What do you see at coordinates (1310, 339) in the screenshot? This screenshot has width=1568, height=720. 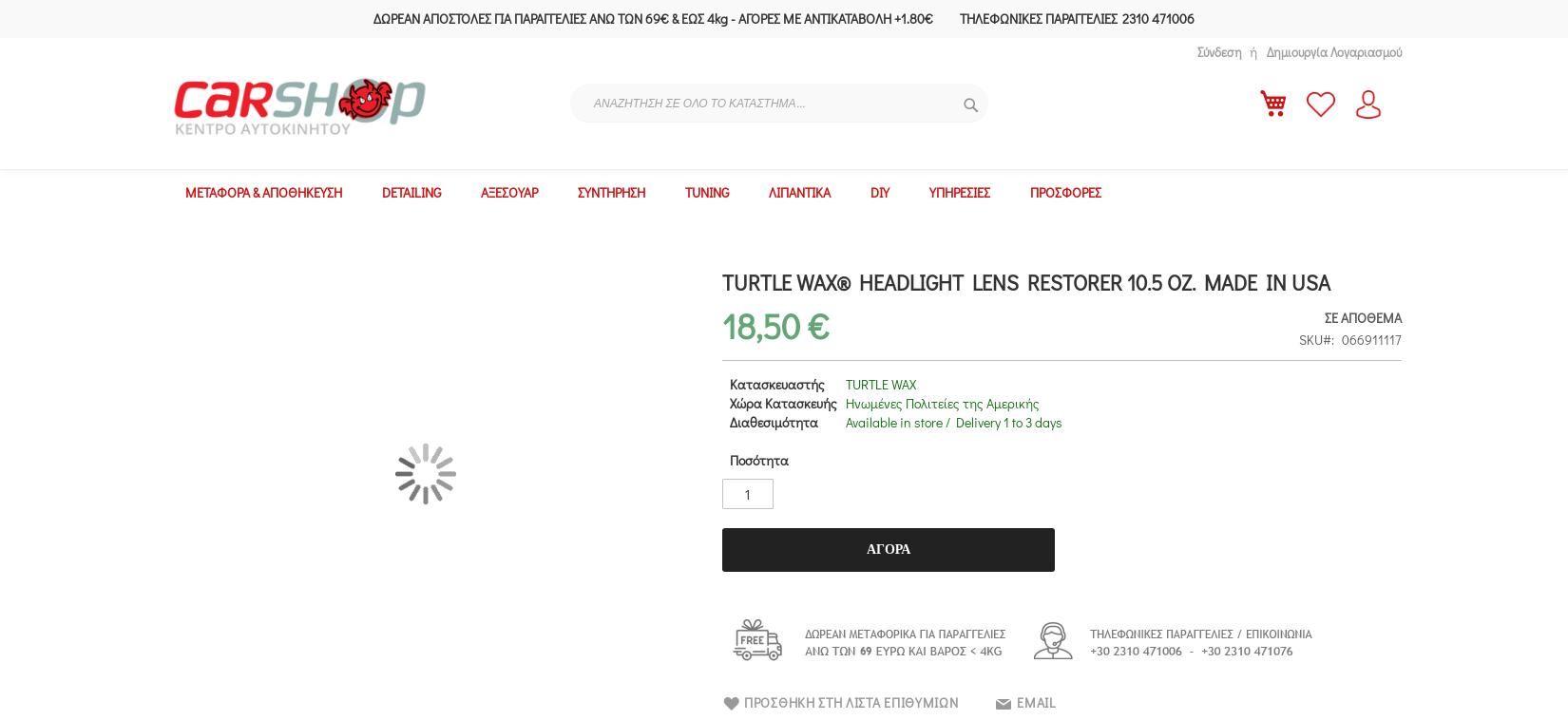 I see `'SKU'` at bounding box center [1310, 339].